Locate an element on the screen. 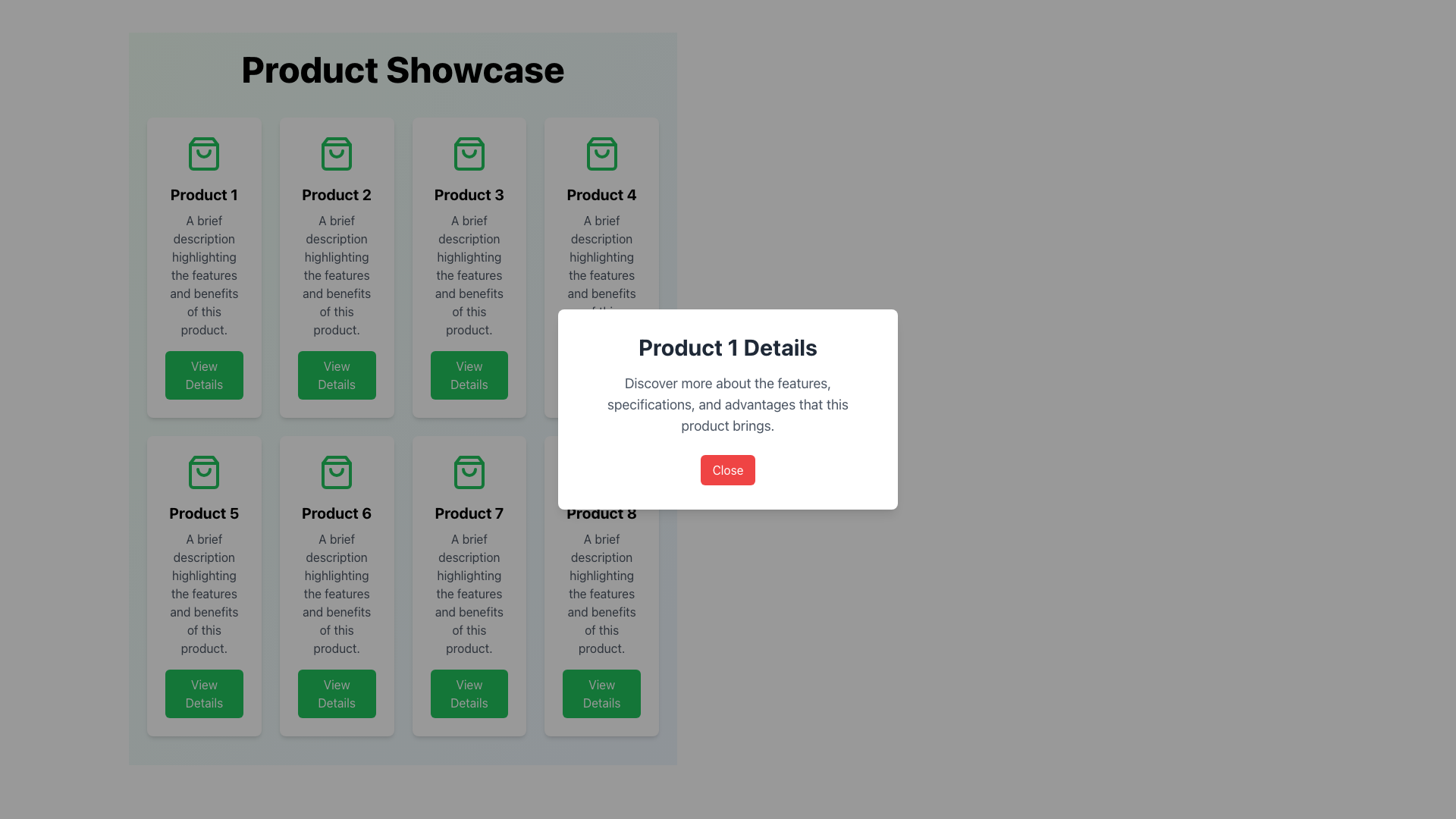 The height and width of the screenshot is (819, 1456). text details of the product features and benefits within the 'Product 5' card, which is centrally located below the title and above the 'View Details' button is located at coordinates (203, 593).